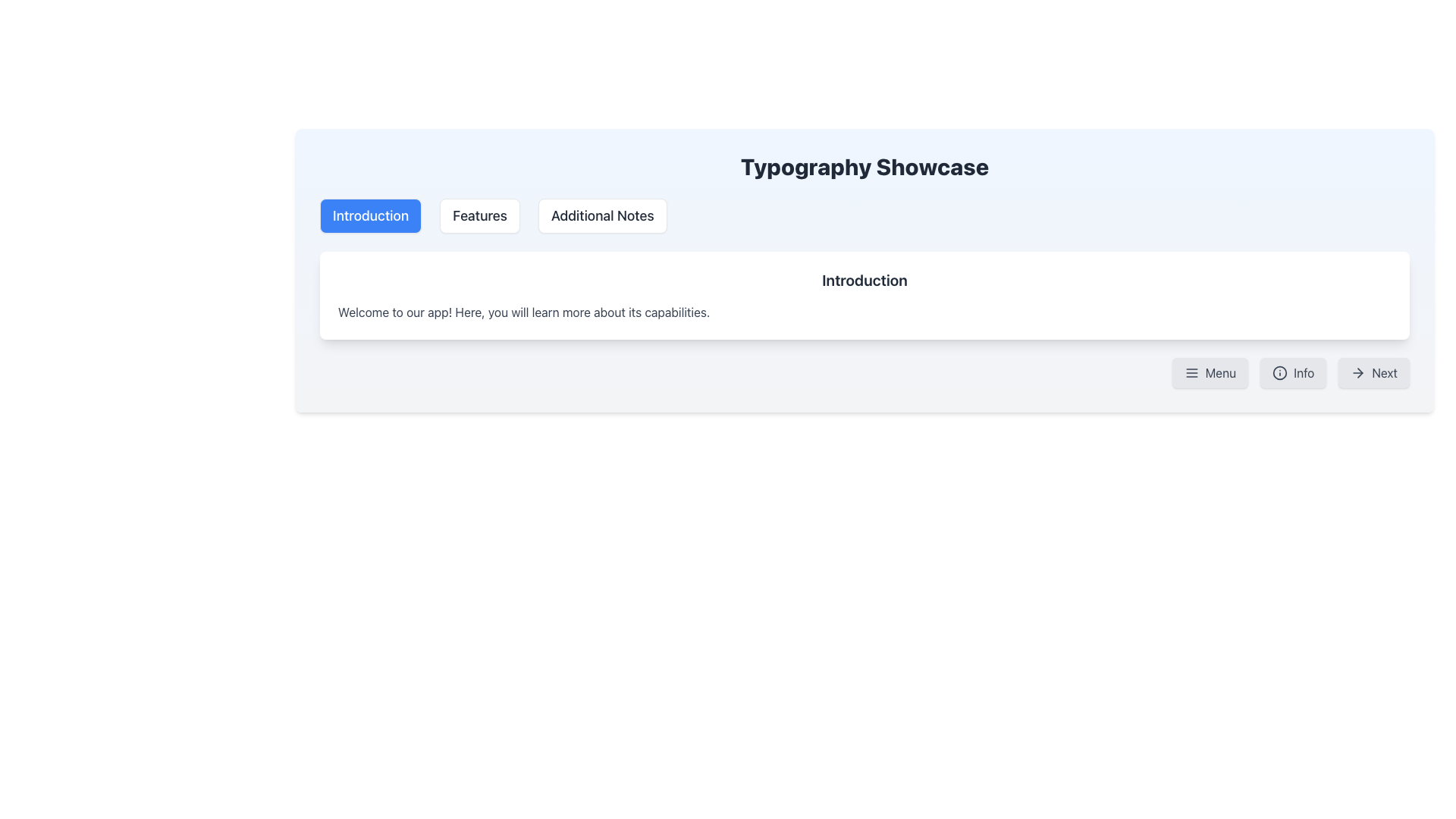 Image resolution: width=1456 pixels, height=819 pixels. Describe the element at coordinates (1374, 373) in the screenshot. I see `the rightmost button in the horizontal row at the bottom right corner of the interface` at that location.